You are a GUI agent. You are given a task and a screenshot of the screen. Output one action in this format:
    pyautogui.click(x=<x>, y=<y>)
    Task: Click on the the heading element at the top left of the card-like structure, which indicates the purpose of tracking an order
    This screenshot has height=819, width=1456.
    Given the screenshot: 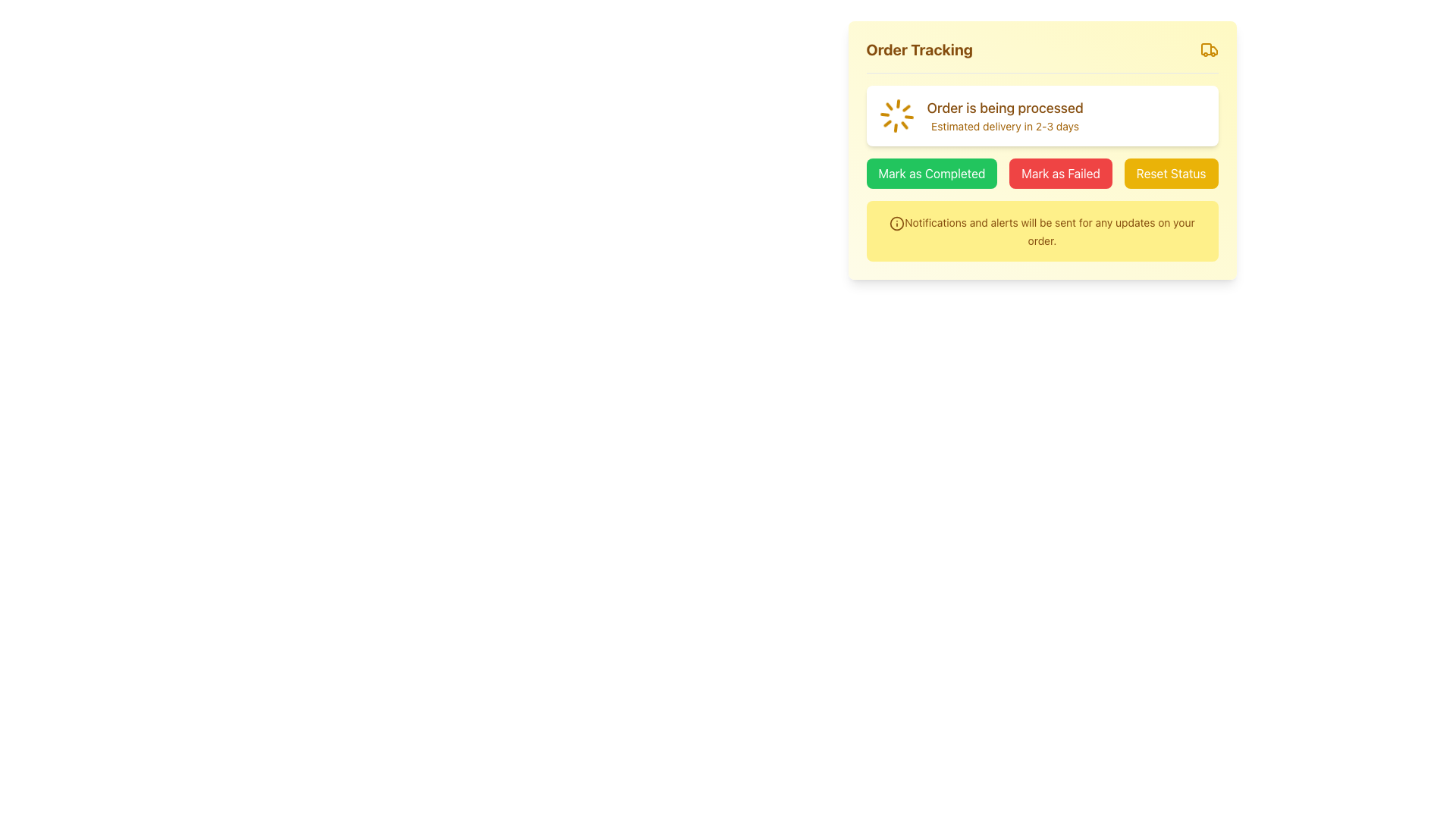 What is the action you would take?
    pyautogui.click(x=918, y=49)
    